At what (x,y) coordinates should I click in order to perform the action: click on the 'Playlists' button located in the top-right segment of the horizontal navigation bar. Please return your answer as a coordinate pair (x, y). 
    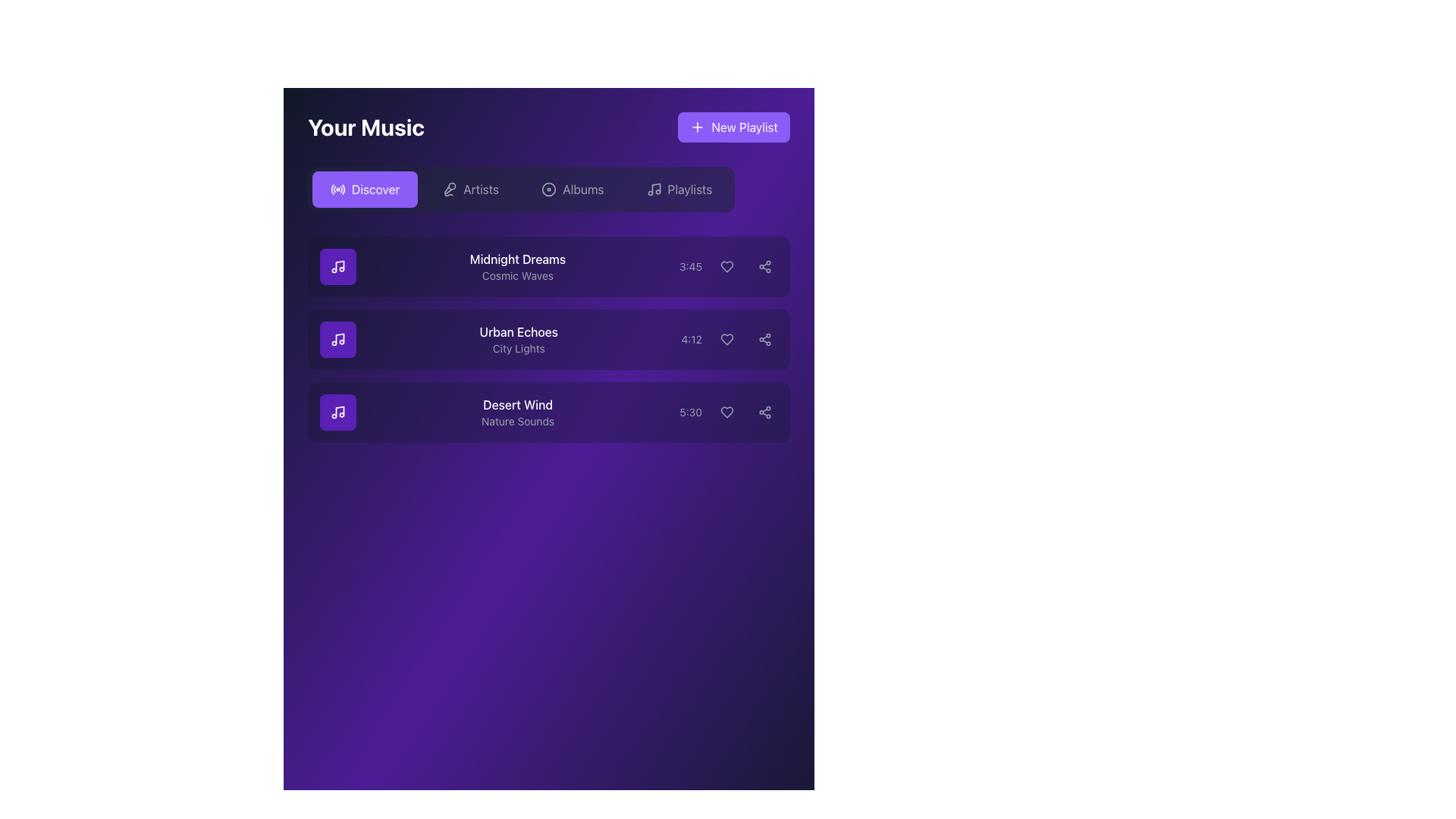
    Looking at the image, I should click on (679, 189).